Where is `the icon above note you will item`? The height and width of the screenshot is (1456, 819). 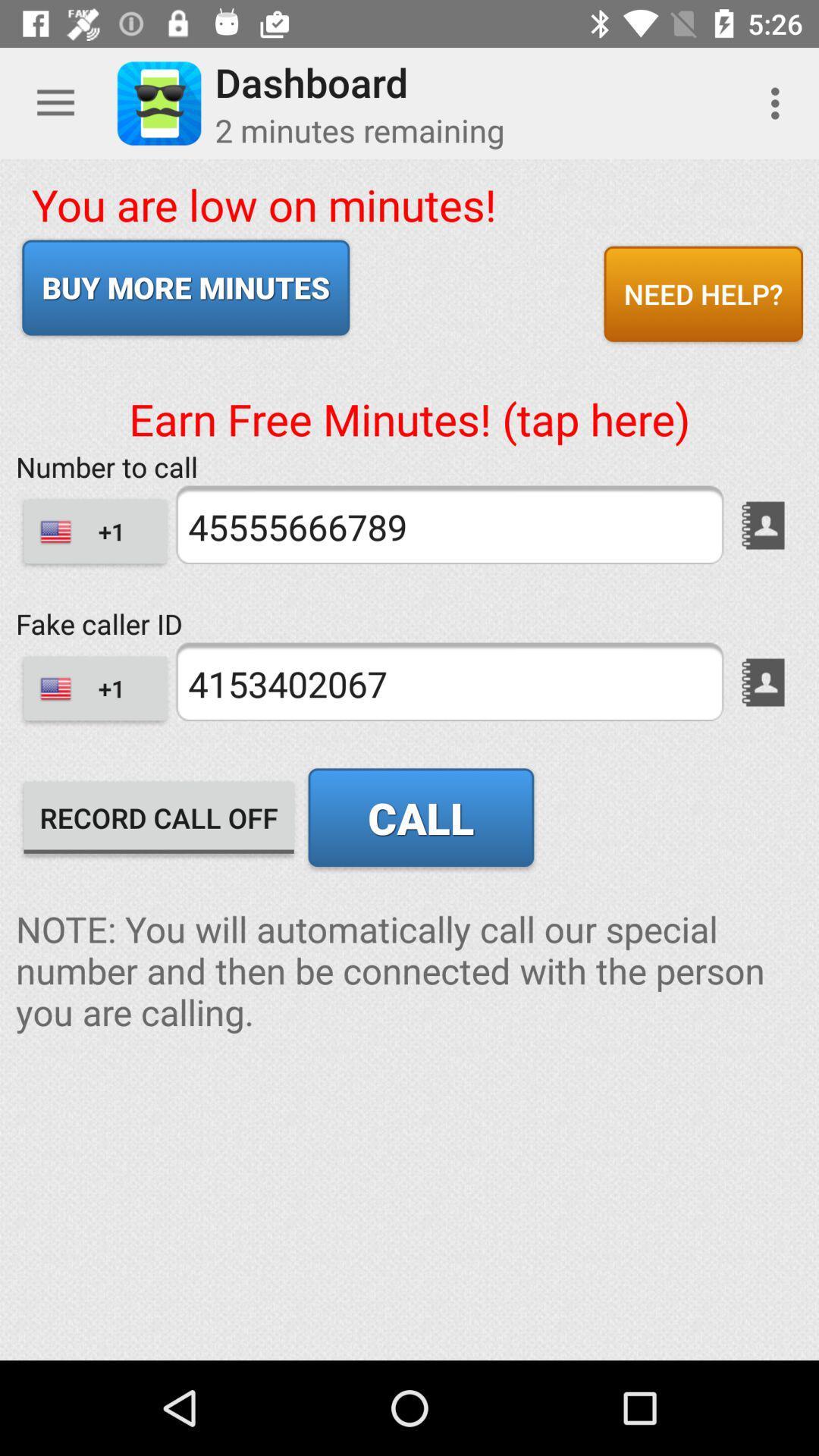 the icon above note you will item is located at coordinates (158, 817).